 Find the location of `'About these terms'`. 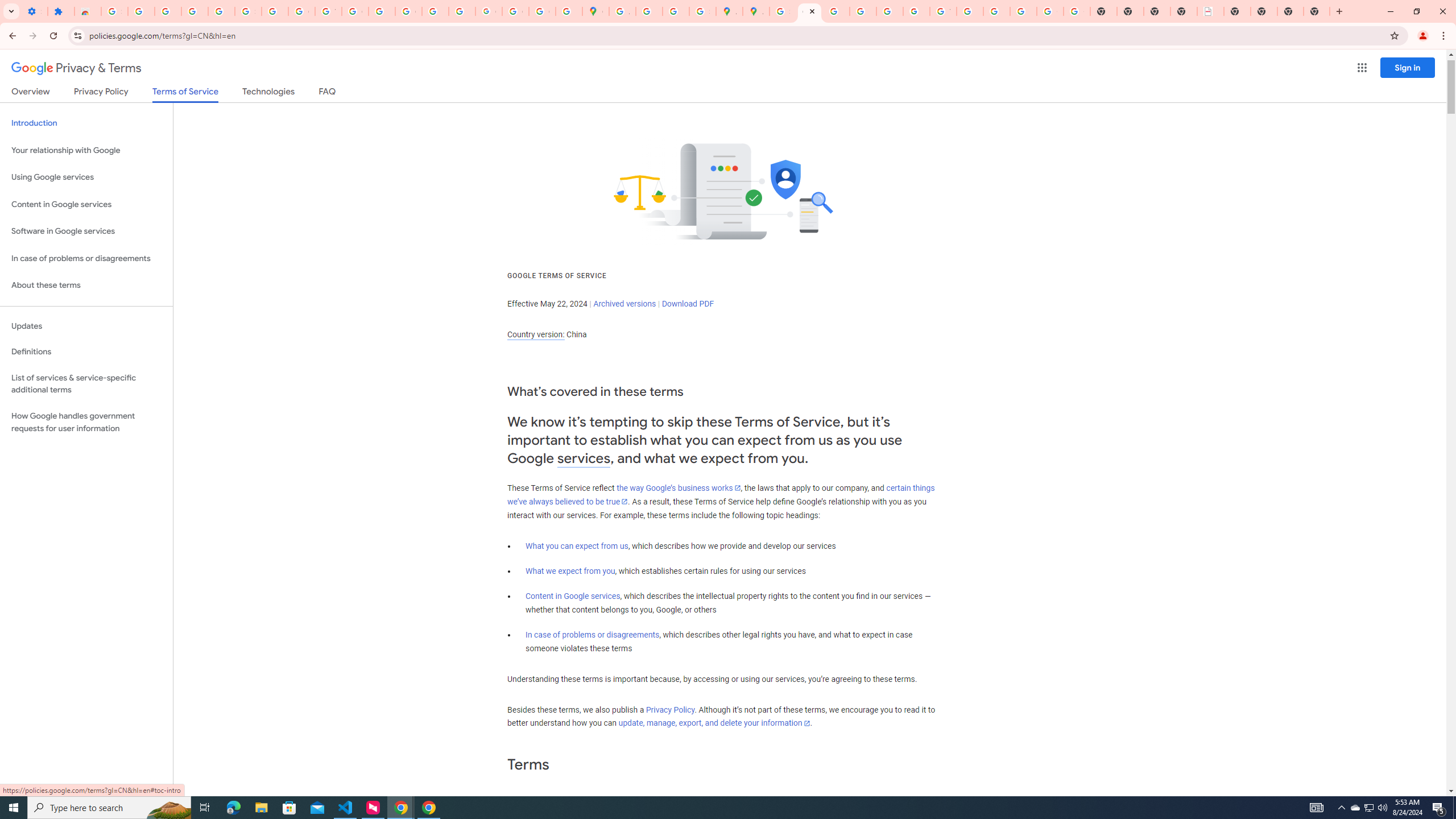

'About these terms' is located at coordinates (86, 285).